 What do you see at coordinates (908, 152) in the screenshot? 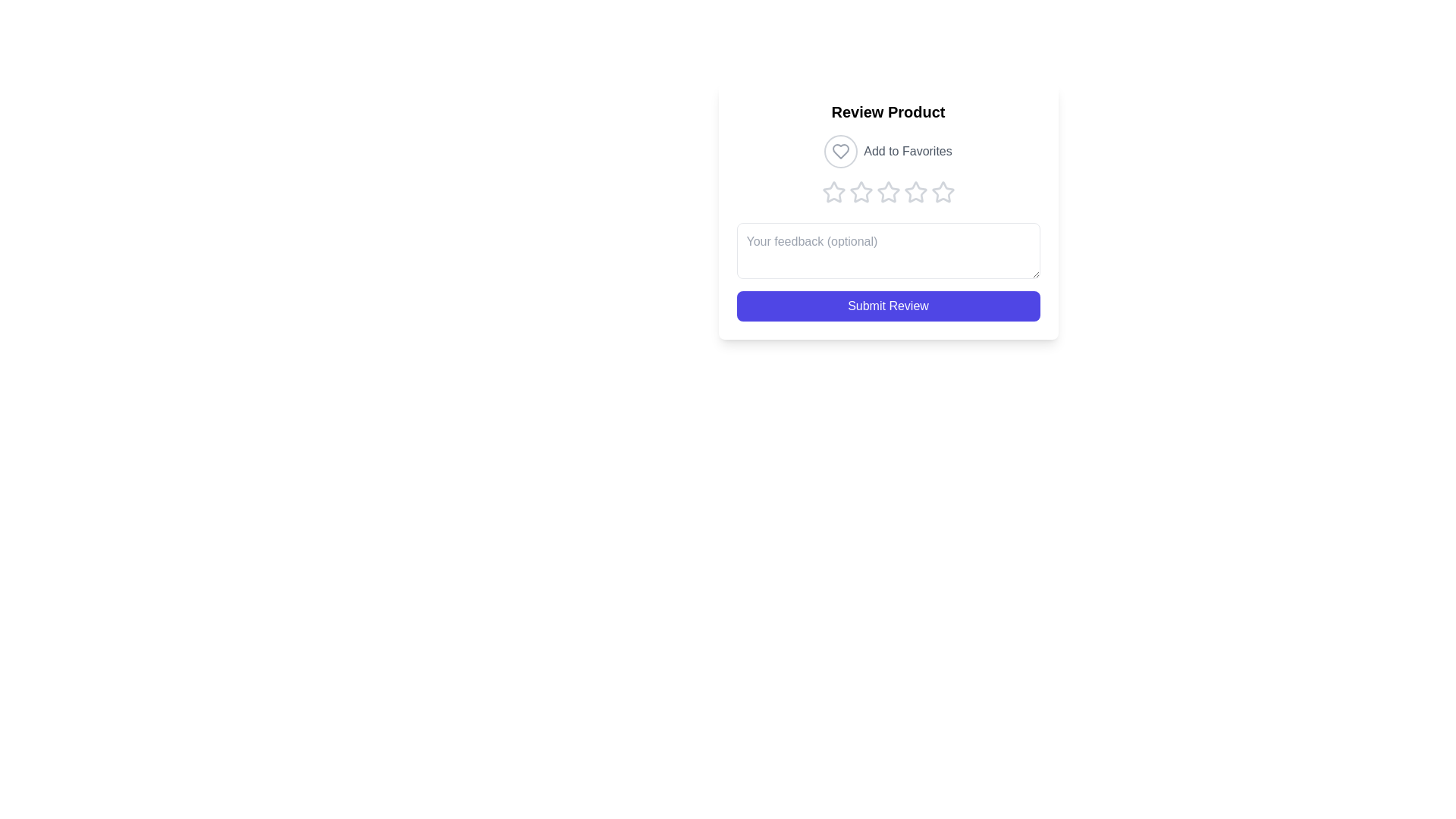
I see `the 'Add to Favorites' text label, which is styled with a clean gray font and is located to the right of a heart icon at the top of the interface` at bounding box center [908, 152].